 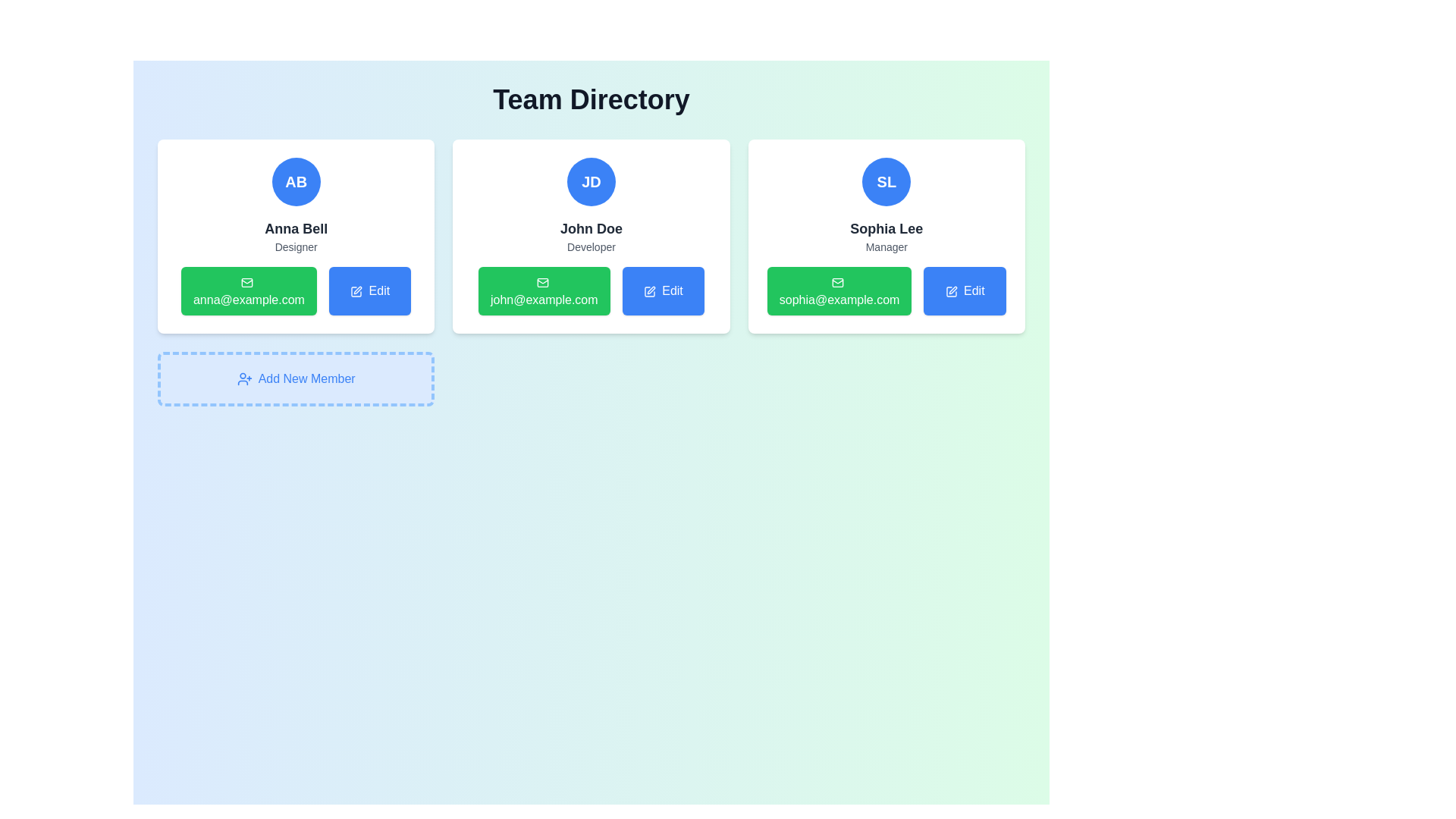 What do you see at coordinates (296, 237) in the screenshot?
I see `the profile details of the first team member summary card located in the top-left corner of the grid layout` at bounding box center [296, 237].